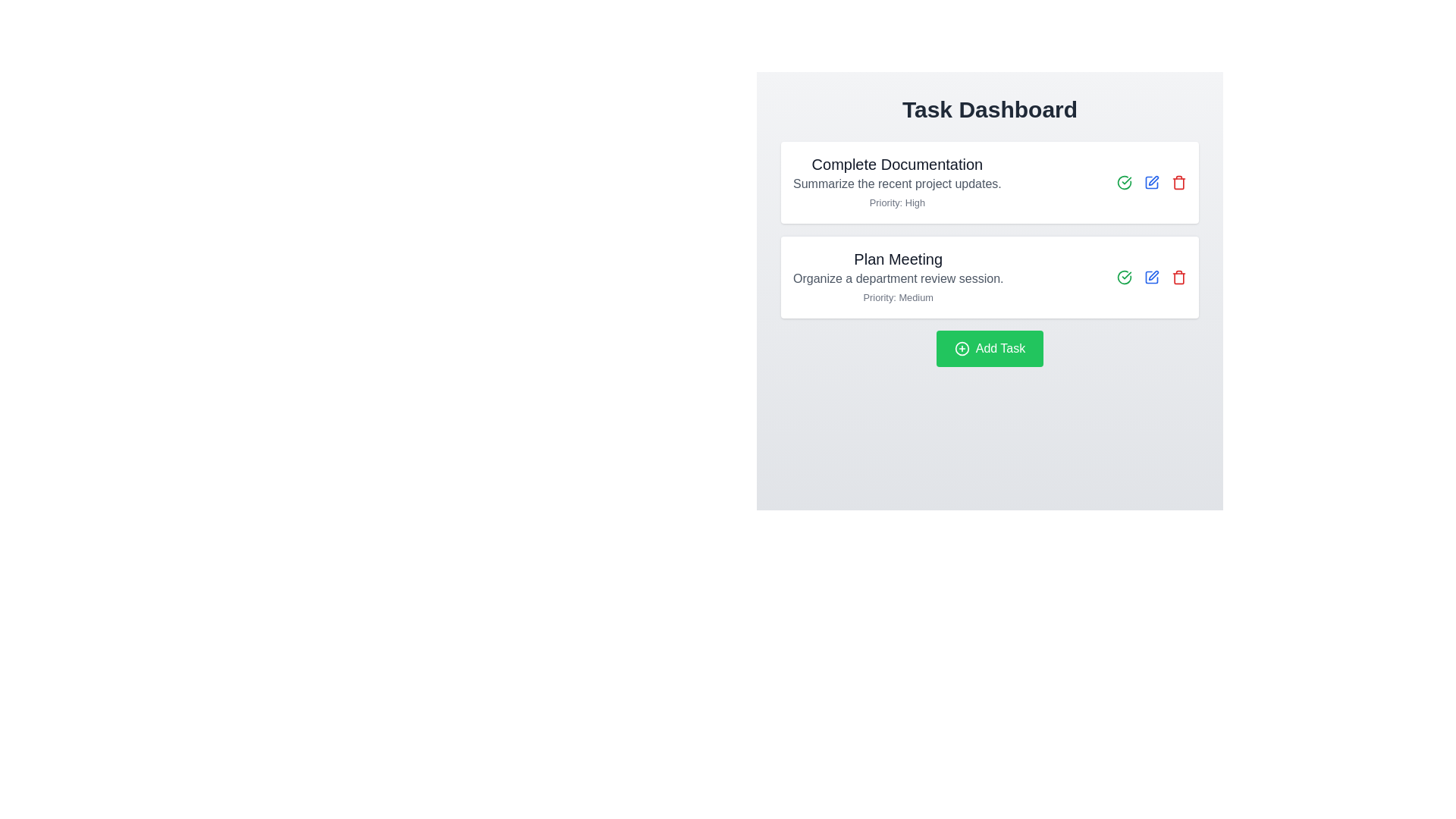  What do you see at coordinates (1151, 181) in the screenshot?
I see `the blue square-shaped pen icon button used for editing, located to the right of the 'Complete Documentation' task description in the task list` at bounding box center [1151, 181].